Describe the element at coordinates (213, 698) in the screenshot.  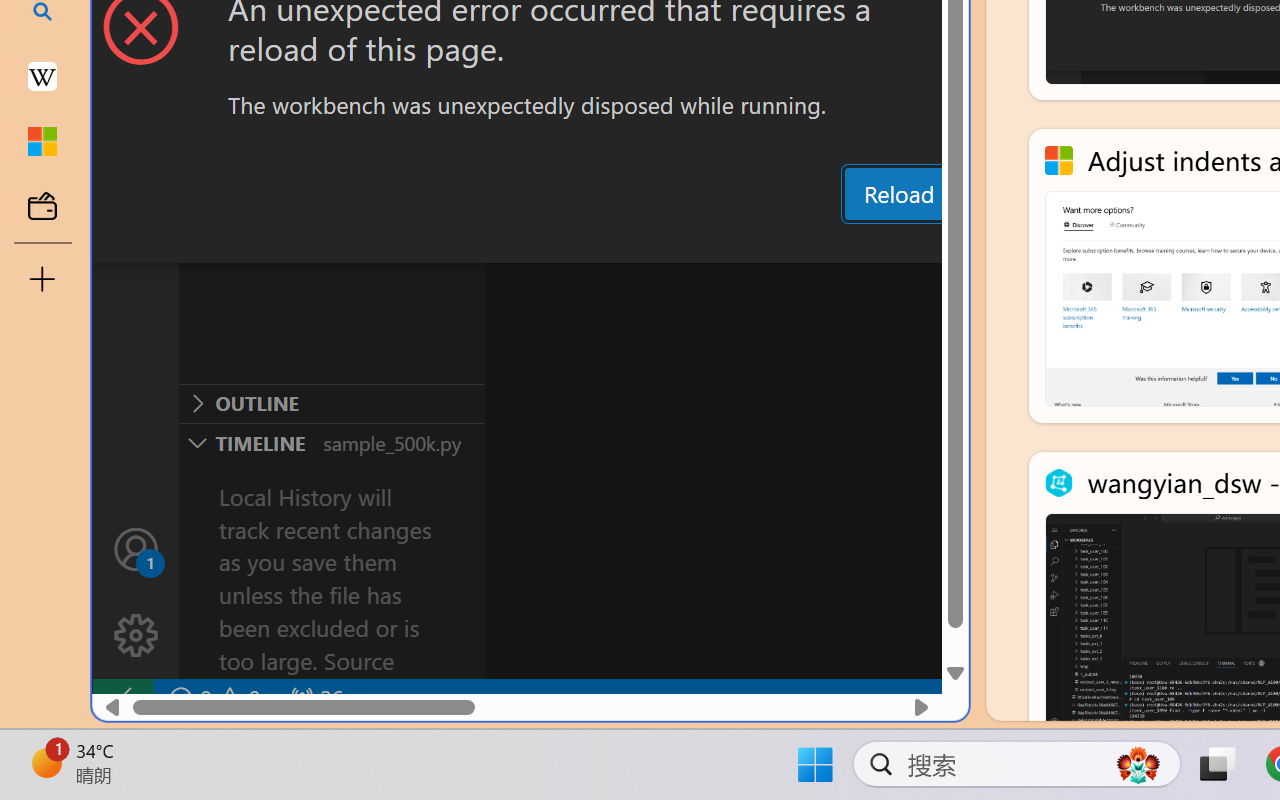
I see `'No Problems'` at that location.